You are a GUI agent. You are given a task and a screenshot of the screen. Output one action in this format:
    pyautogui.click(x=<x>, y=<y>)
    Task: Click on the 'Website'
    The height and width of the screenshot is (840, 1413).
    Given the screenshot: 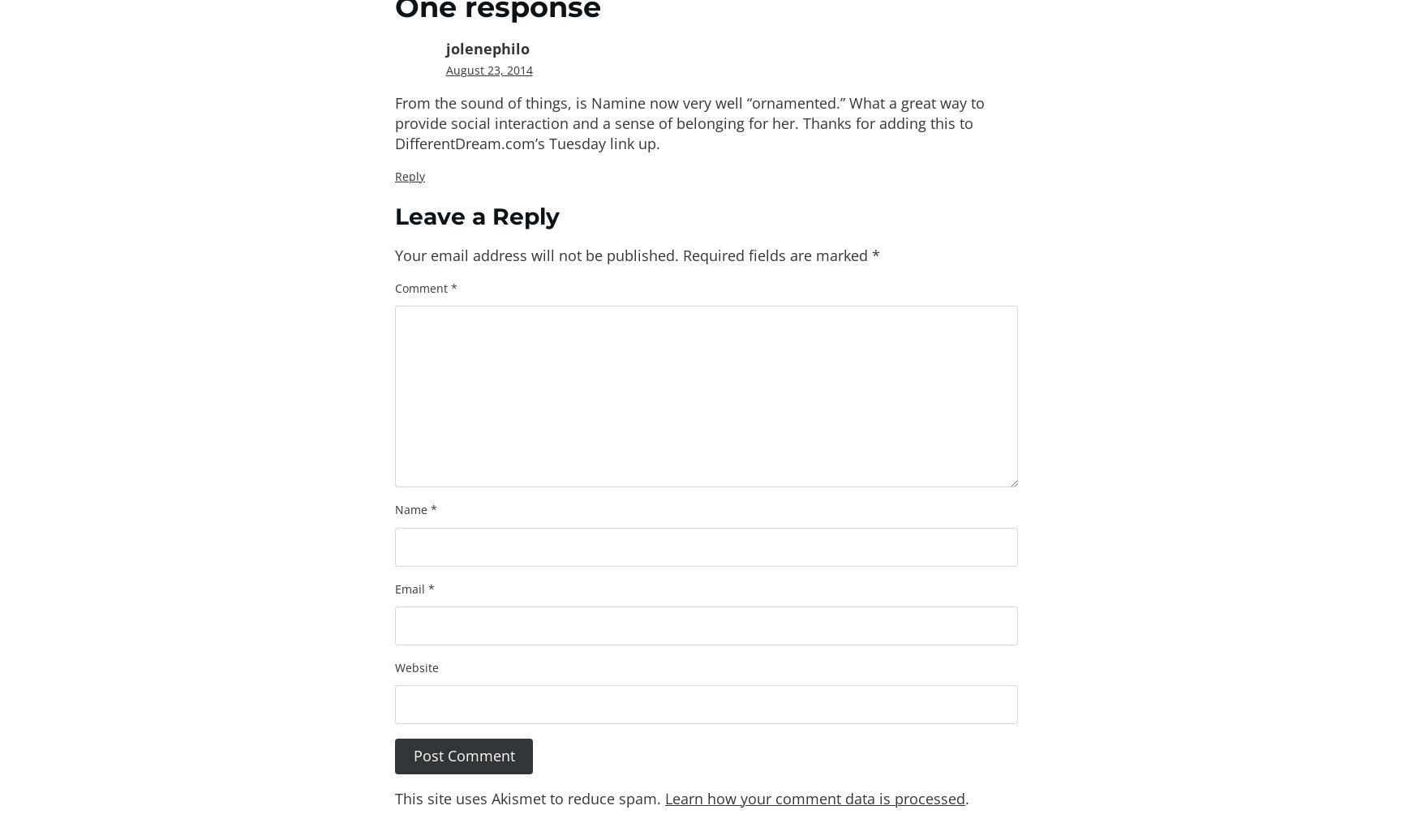 What is the action you would take?
    pyautogui.click(x=417, y=666)
    